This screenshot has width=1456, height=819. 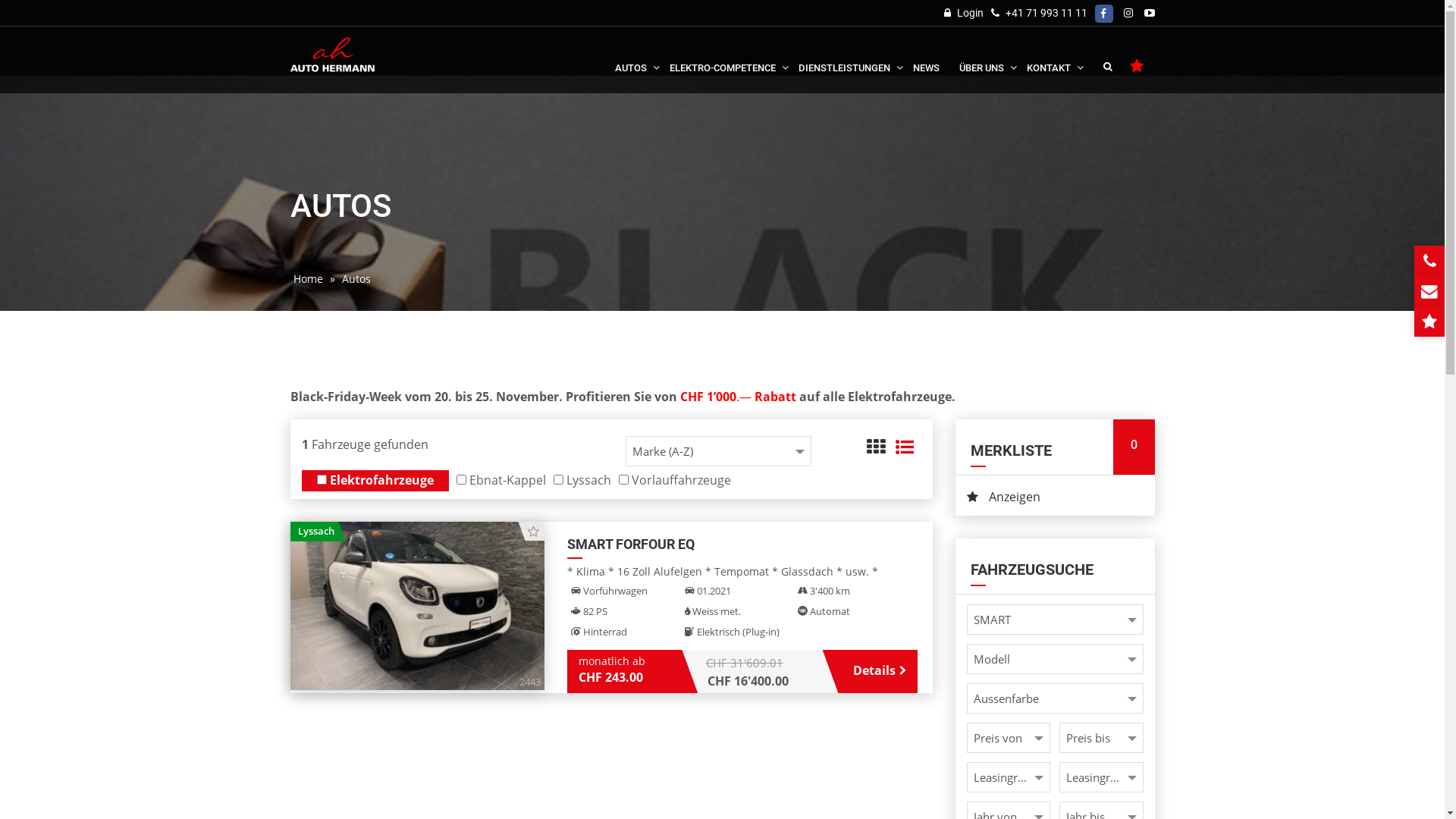 I want to click on '+41 71 993 11 11', so click(x=1043, y=12).